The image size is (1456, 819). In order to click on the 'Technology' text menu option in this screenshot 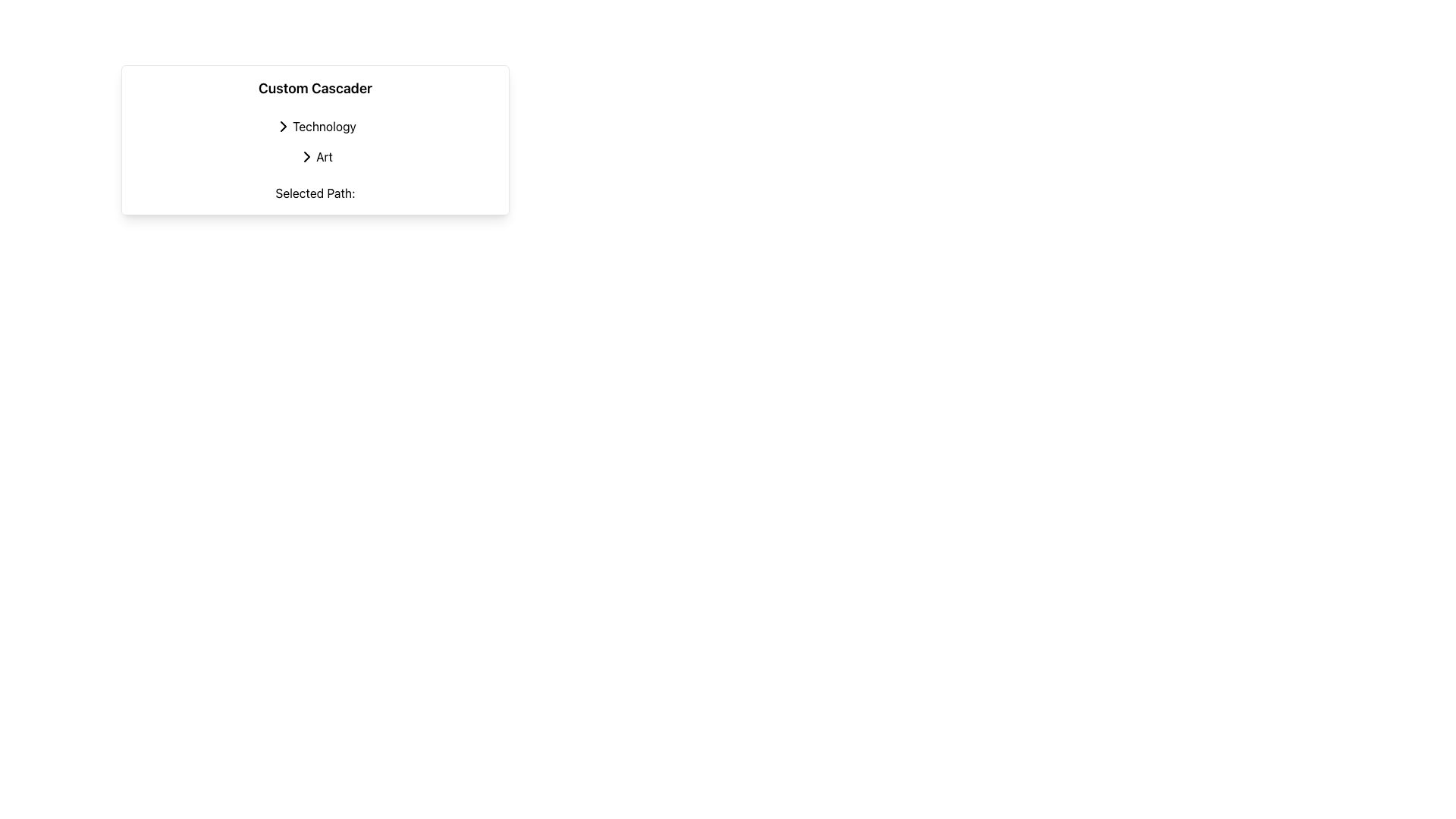, I will do `click(323, 125)`.